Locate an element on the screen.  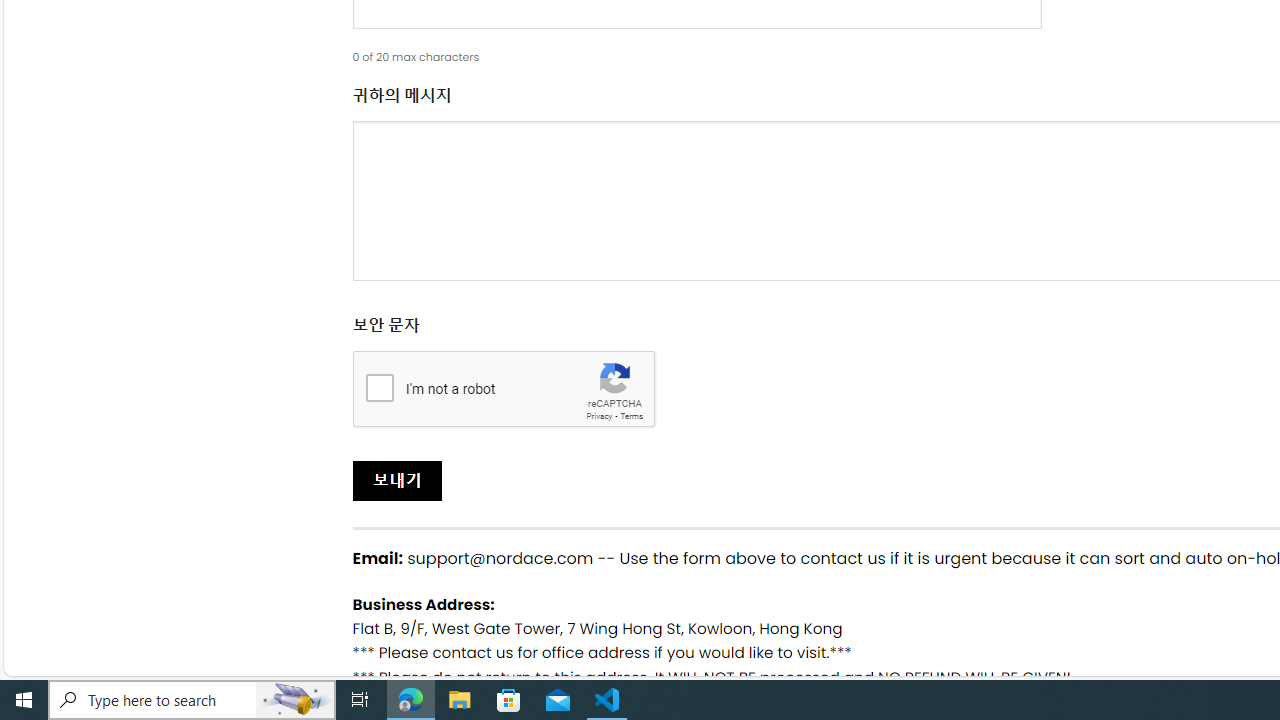
'Terms' is located at coordinates (630, 415).